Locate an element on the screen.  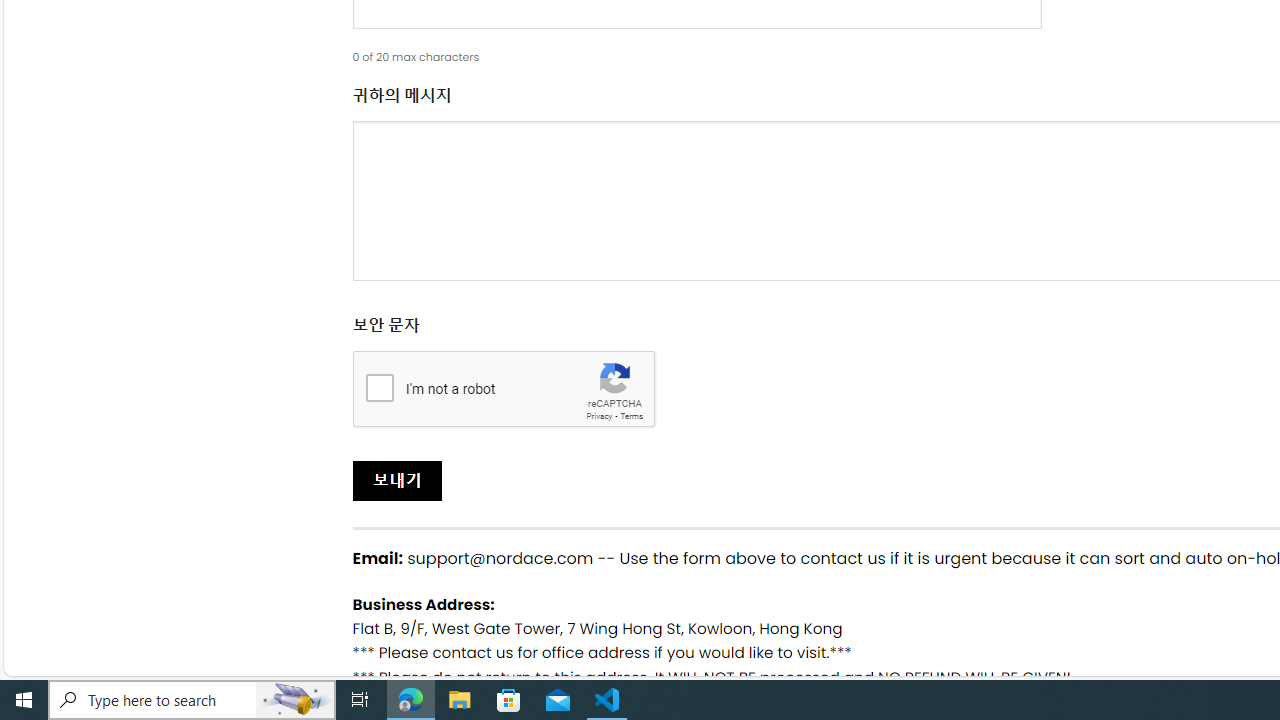
'Terms' is located at coordinates (630, 415).